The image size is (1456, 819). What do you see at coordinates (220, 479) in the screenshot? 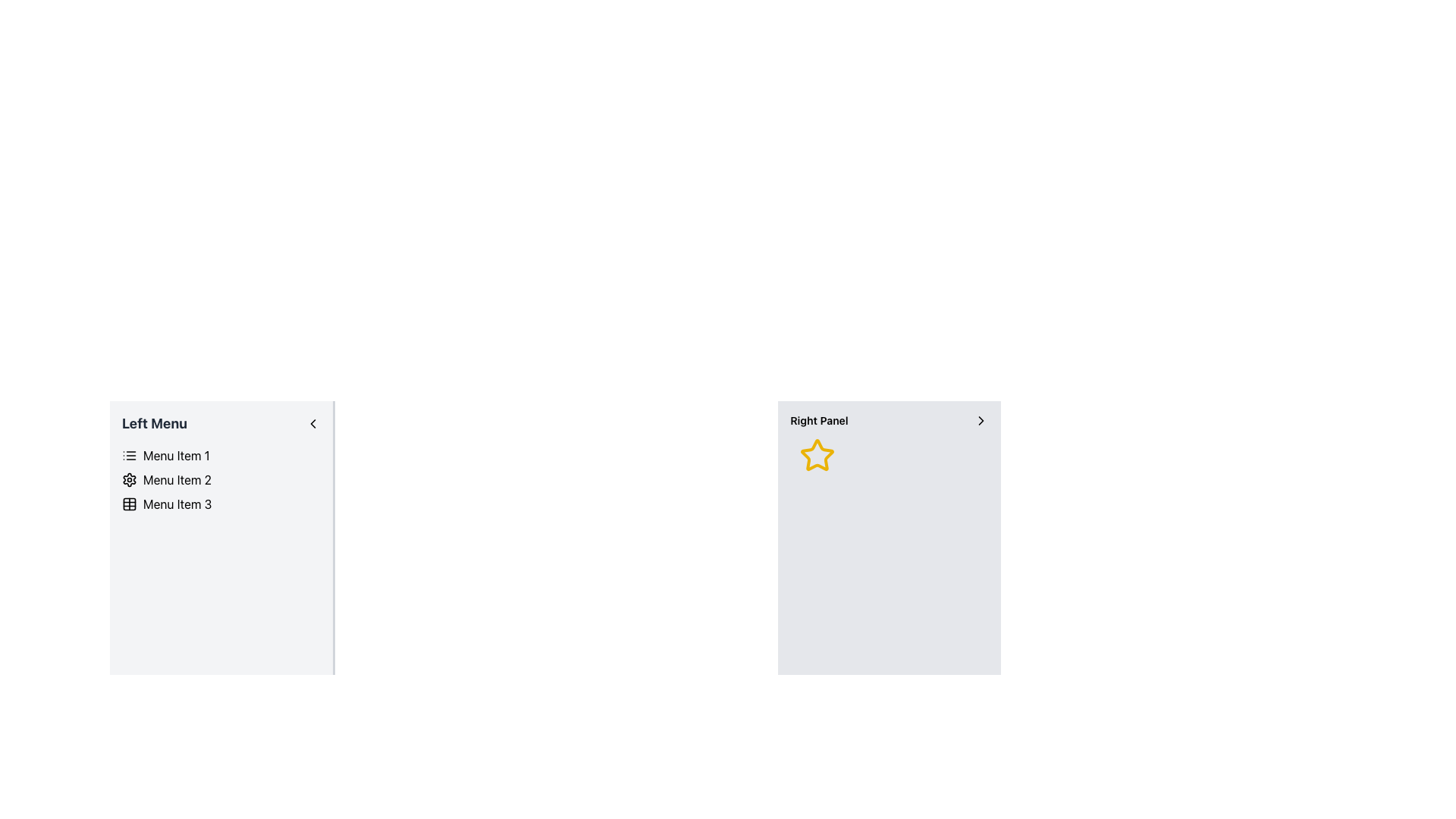
I see `the Menu List Item labeled 'Menu Item 2'` at bounding box center [220, 479].